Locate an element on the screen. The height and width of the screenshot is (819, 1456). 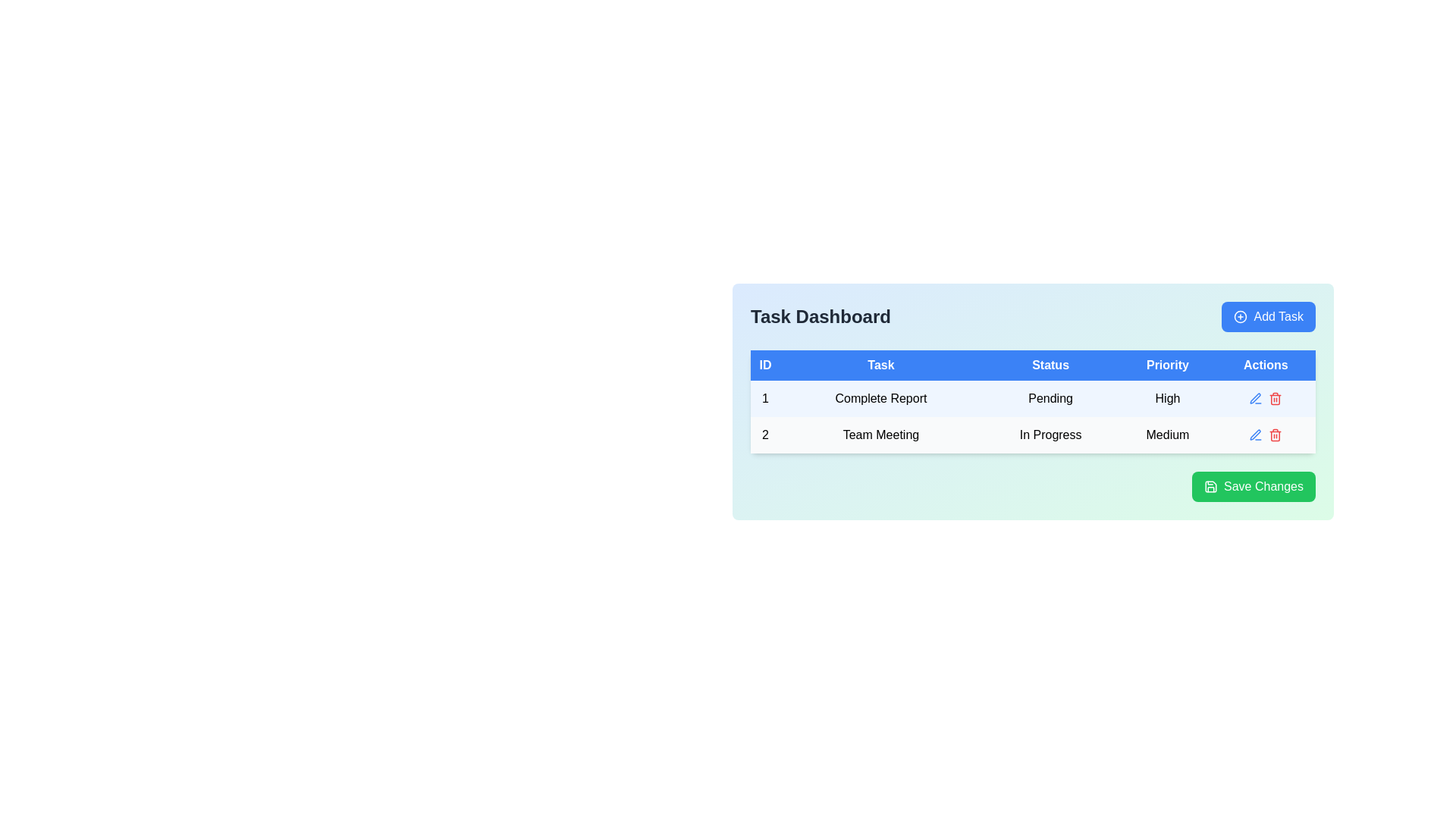
the save icon, which is a minimalist floppy disk representation located to the left of the 'Save Changes' text within a green button in the lower-right corner of the interface is located at coordinates (1210, 486).